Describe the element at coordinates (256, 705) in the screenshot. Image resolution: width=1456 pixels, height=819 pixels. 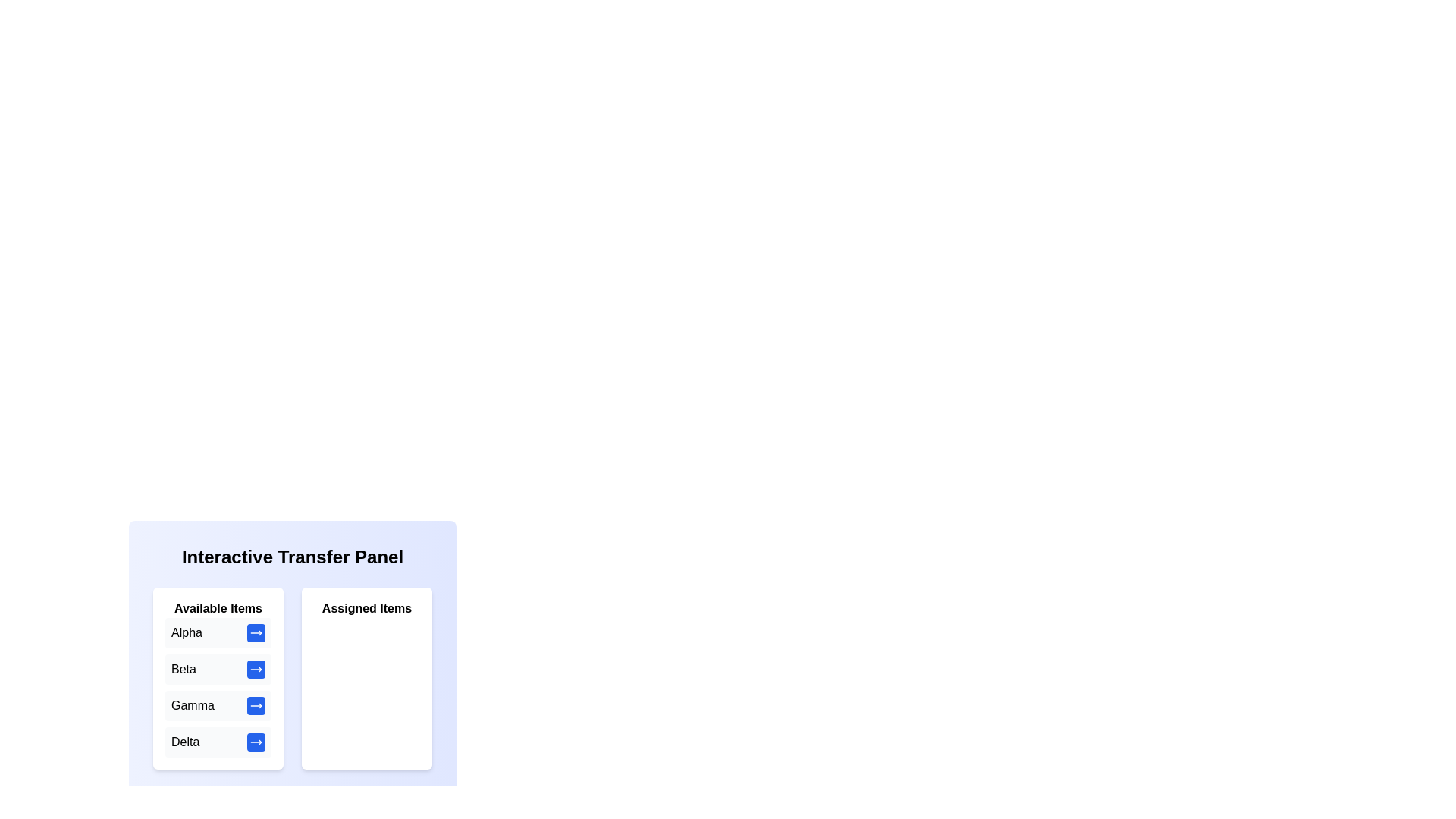
I see `the transfer button next to the item Gamma in the 'Available Items' list to move it to the 'Assigned Items' list` at that location.